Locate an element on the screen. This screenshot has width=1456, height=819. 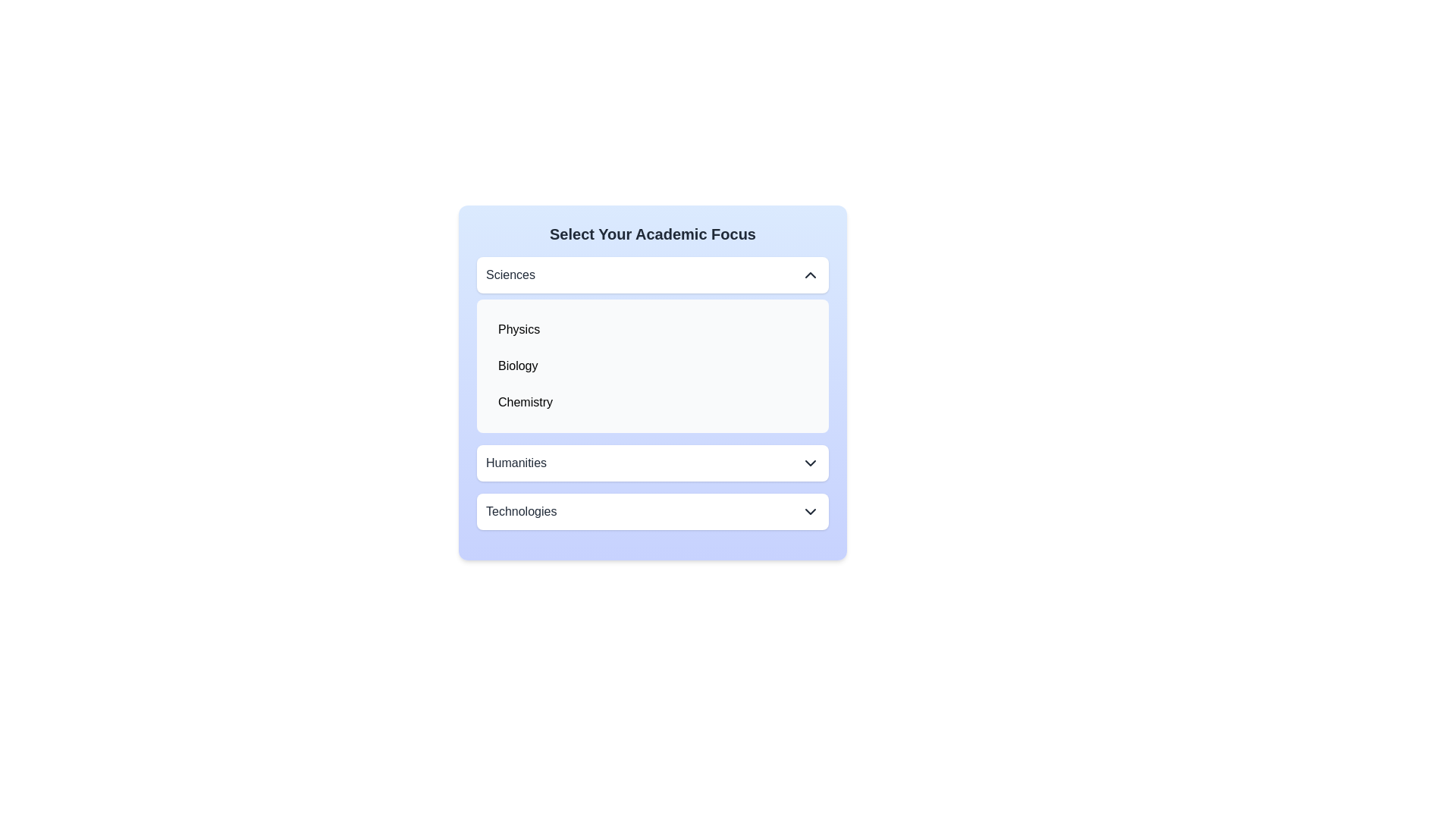
the text label displaying 'Sciences' within the dropdown menu header, located in the white rectangular area at the top of the dropdown component is located at coordinates (510, 275).